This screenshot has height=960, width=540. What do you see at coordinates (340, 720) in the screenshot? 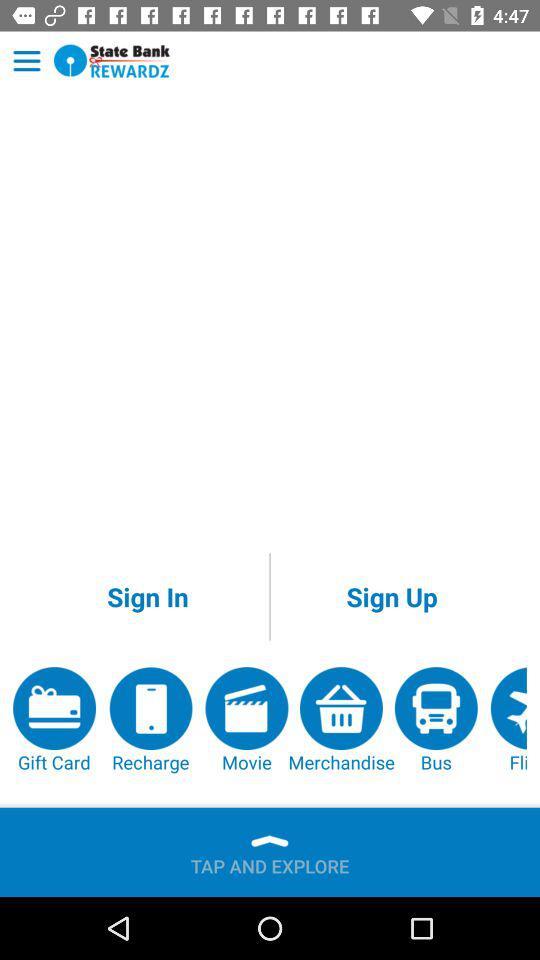
I see `the item above the tap and explore icon` at bounding box center [340, 720].